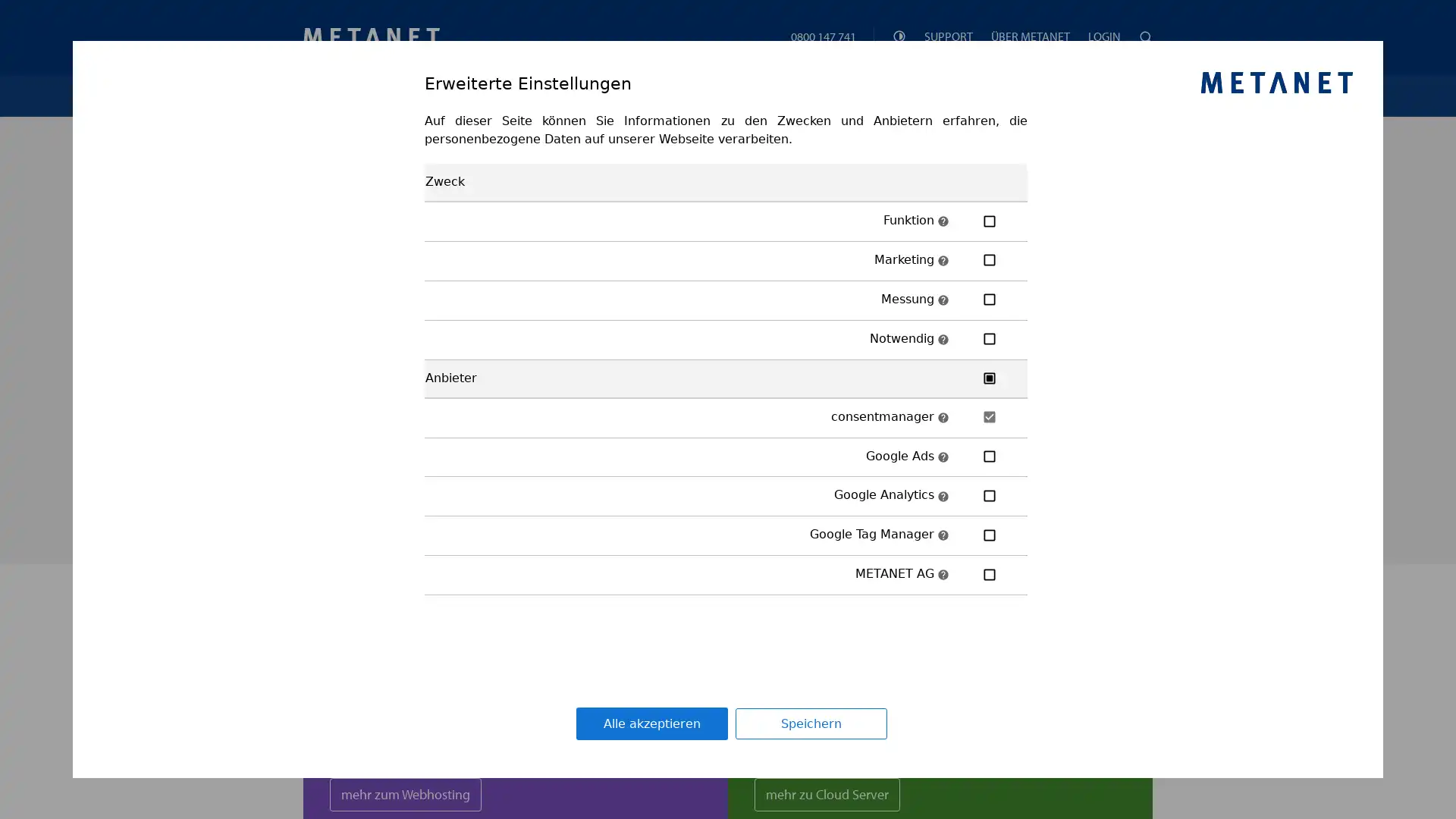 The width and height of the screenshot is (1456, 819). Describe the element at coordinates (942, 494) in the screenshot. I see `Beschreibung: Google Analytics` at that location.